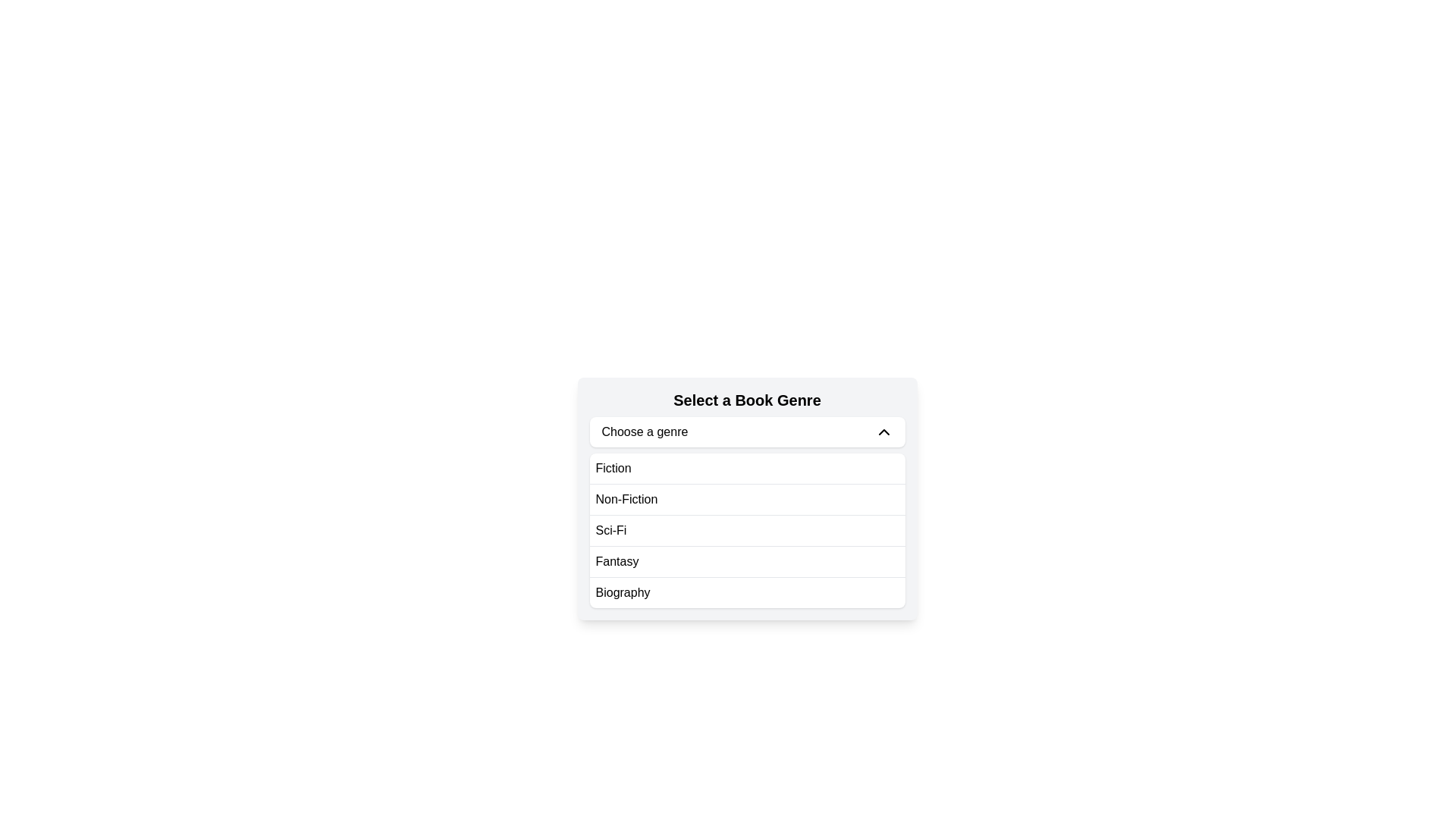  Describe the element at coordinates (747, 467) in the screenshot. I see `the first list item option labeled 'Fiction' in the dropdown list for selecting genres` at that location.